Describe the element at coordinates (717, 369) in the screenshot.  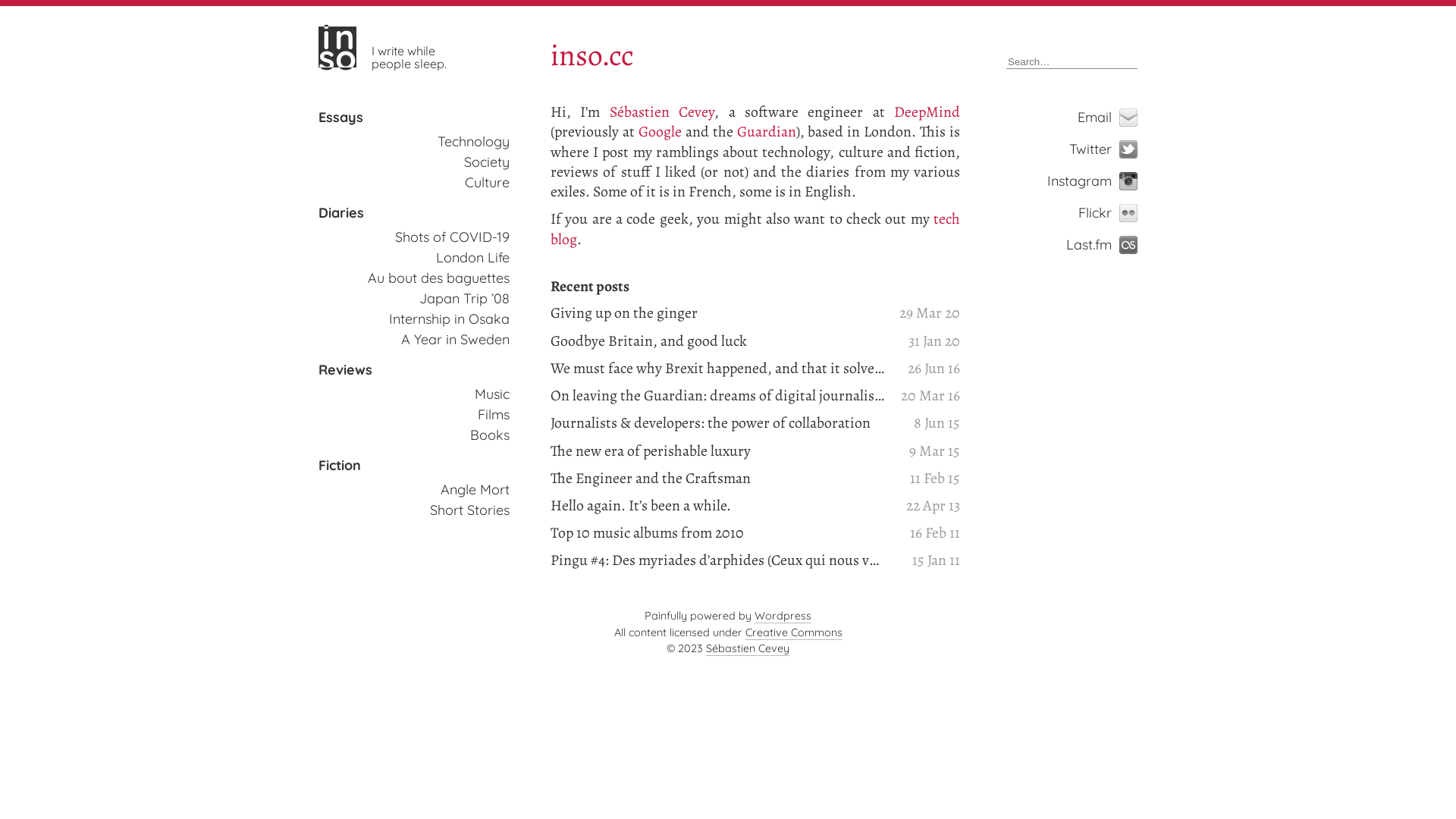
I see `'We must face why Brexit happened, and that it solves nothing'` at that location.